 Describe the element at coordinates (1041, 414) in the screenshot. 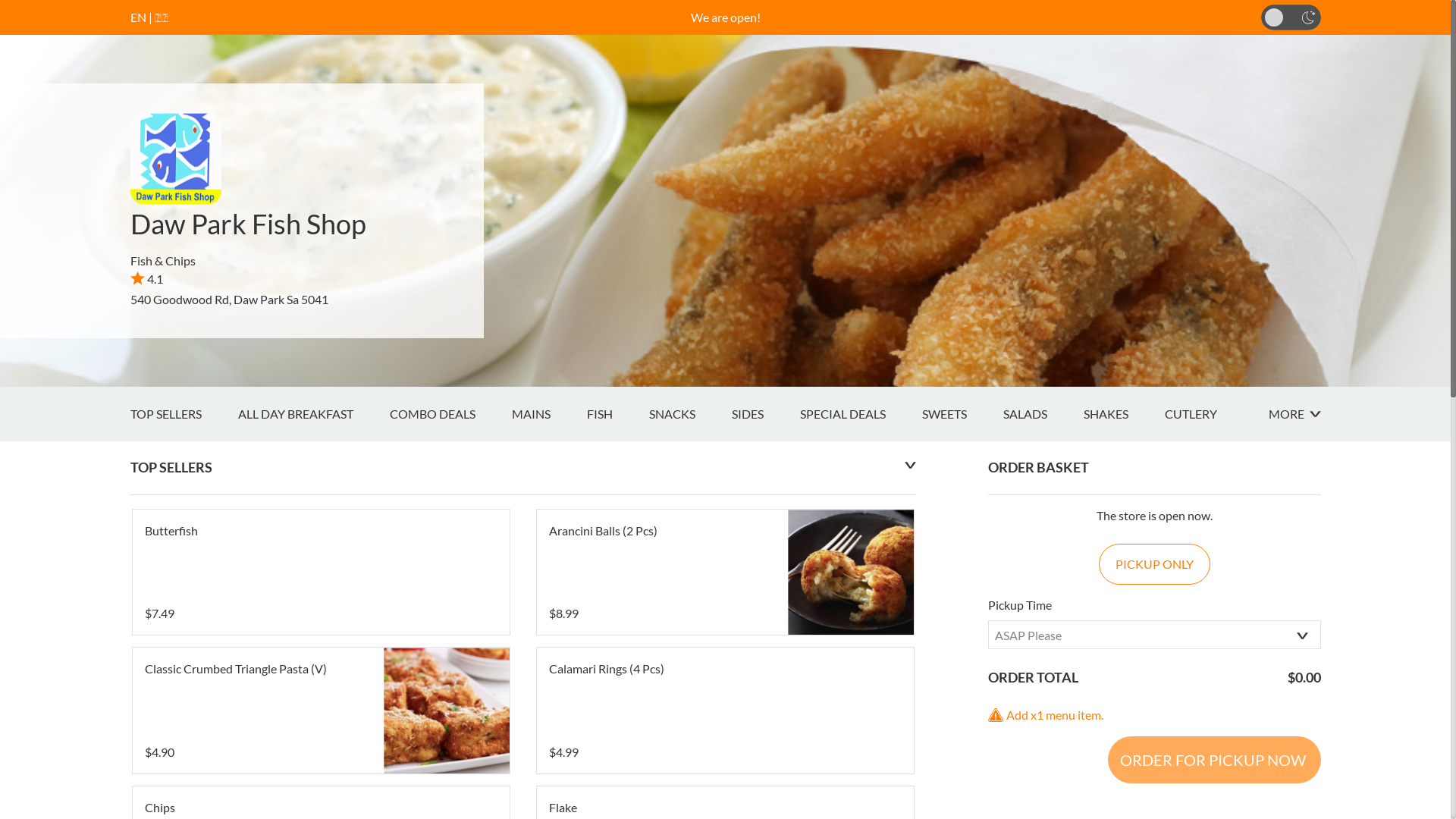

I see `'SALADS'` at that location.